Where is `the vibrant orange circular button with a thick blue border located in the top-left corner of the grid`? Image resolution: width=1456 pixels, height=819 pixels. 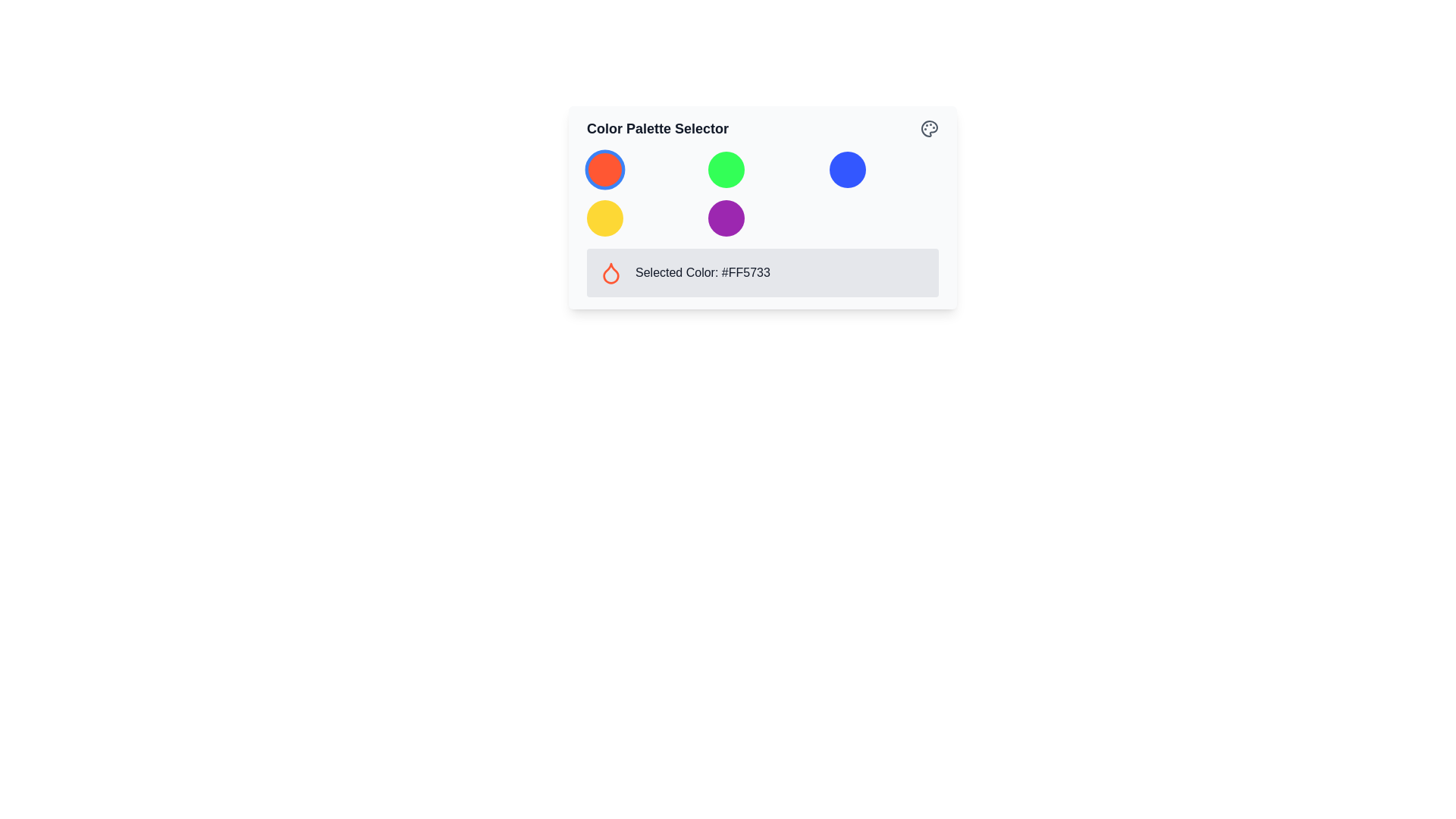 the vibrant orange circular button with a thick blue border located in the top-left corner of the grid is located at coordinates (604, 169).